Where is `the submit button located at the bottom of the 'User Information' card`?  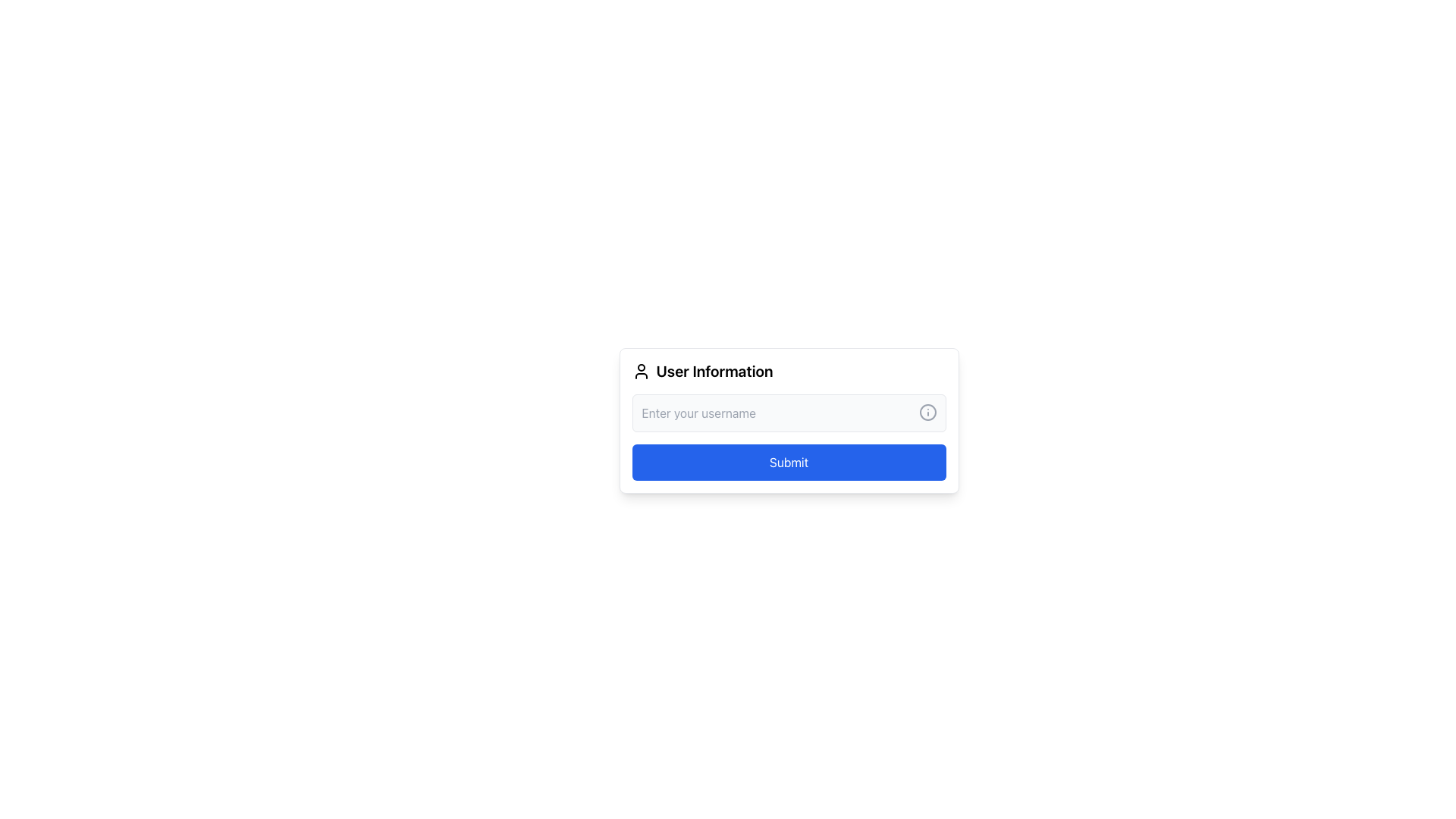
the submit button located at the bottom of the 'User Information' card is located at coordinates (789, 438).